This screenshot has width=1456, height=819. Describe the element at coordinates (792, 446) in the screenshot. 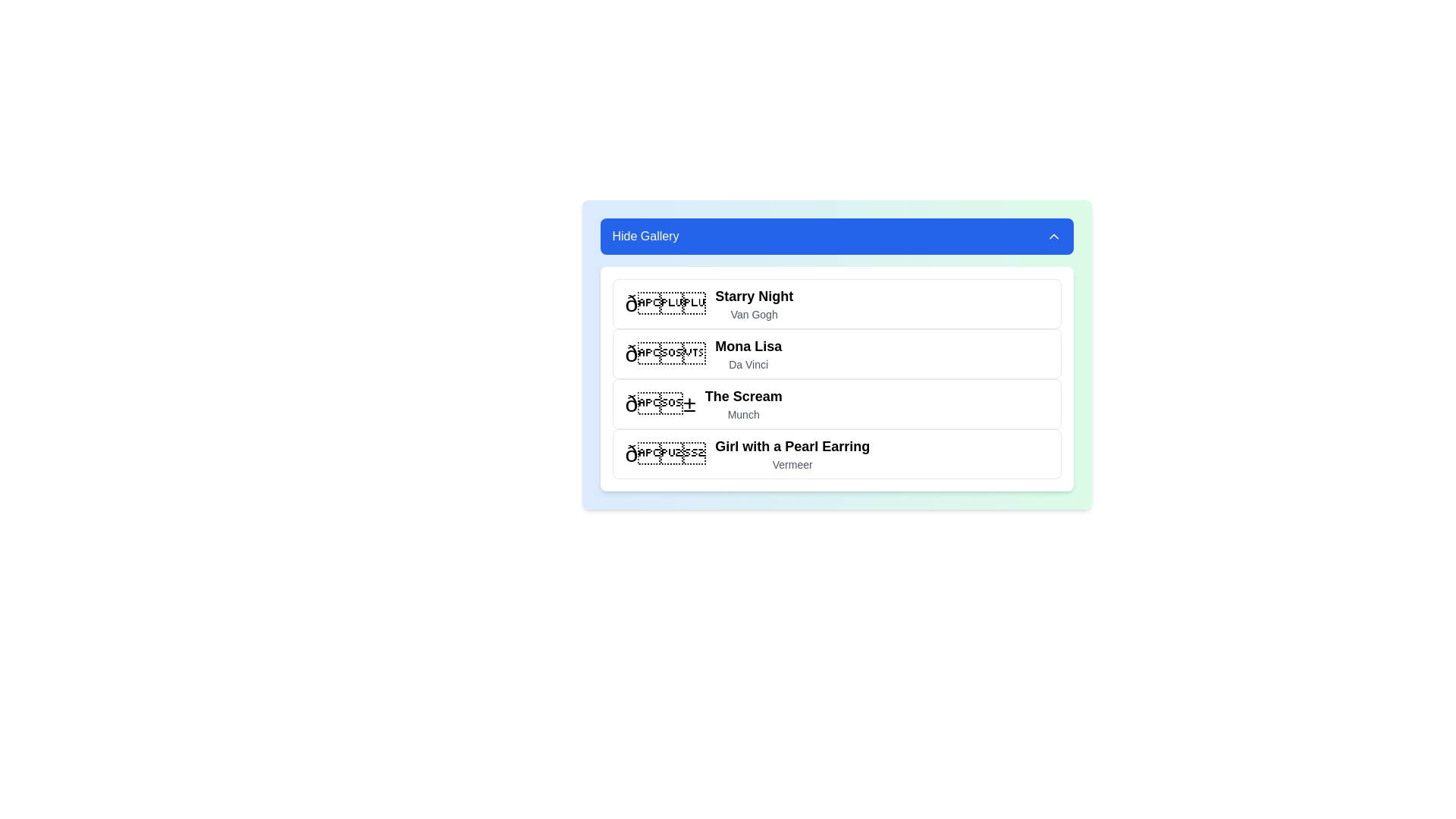

I see `the bold text label that reads 'Girl with a Pearl Earring'` at that location.